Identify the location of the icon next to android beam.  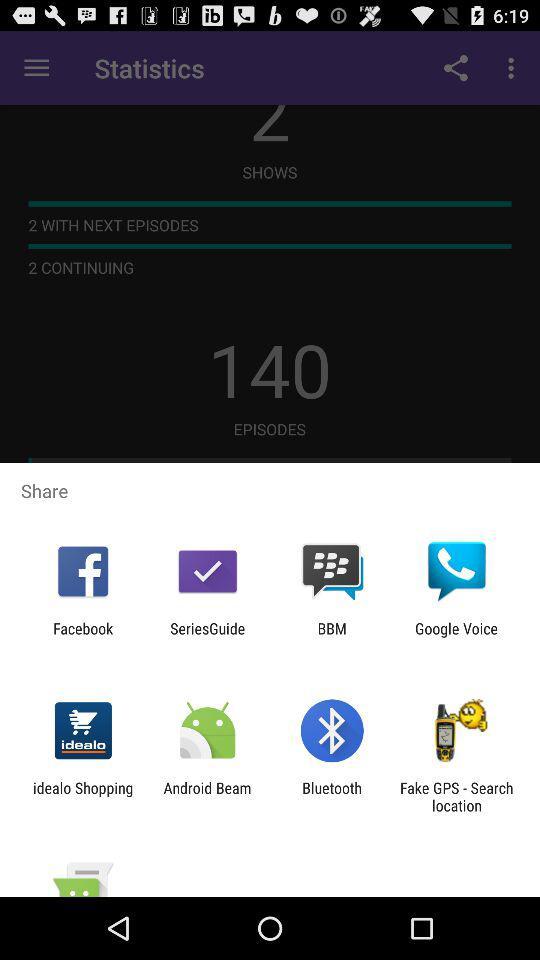
(332, 796).